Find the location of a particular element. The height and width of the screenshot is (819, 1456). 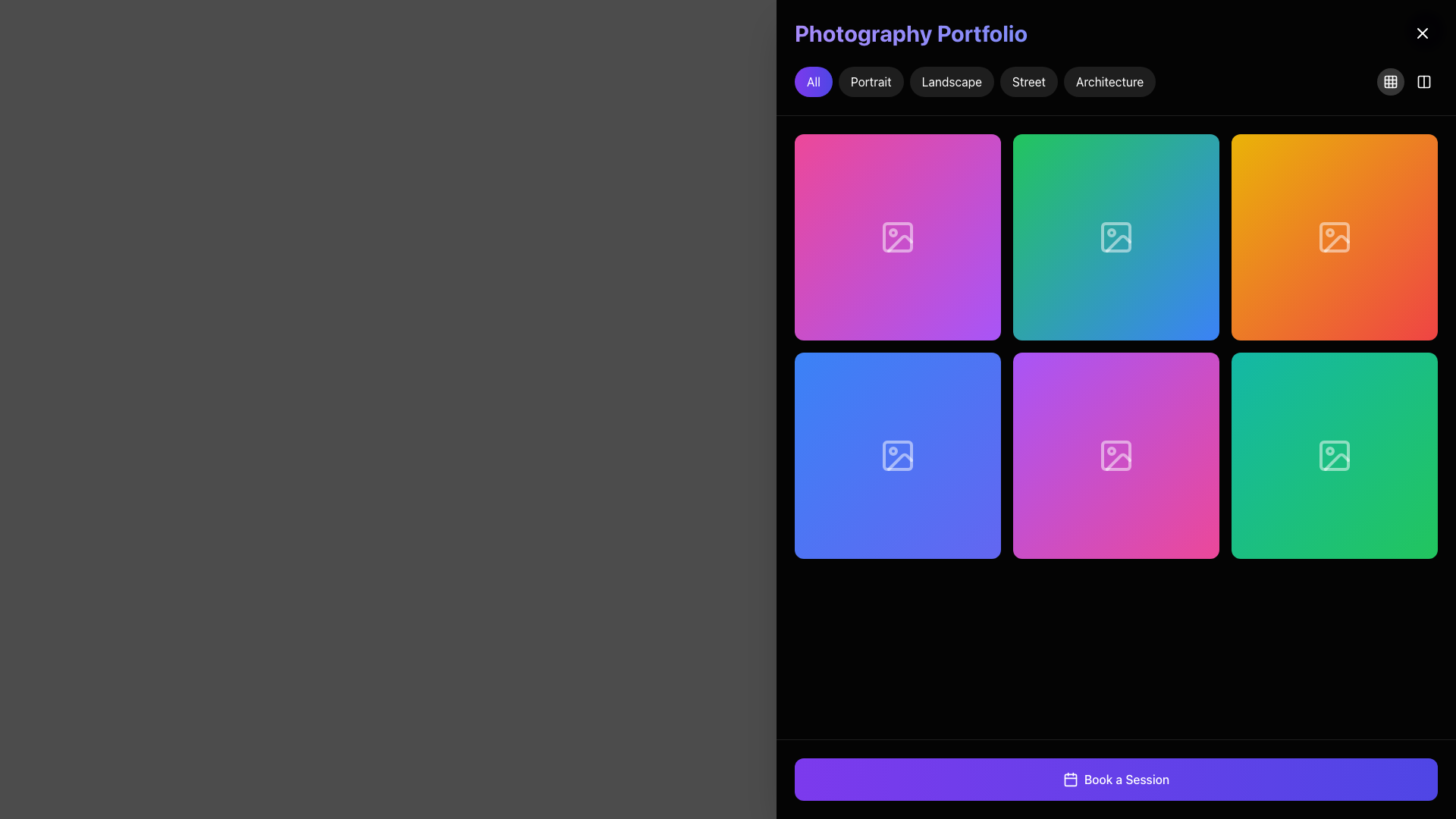

the image placeholder located as the third item in the first row of the grid layout is located at coordinates (1335, 237).